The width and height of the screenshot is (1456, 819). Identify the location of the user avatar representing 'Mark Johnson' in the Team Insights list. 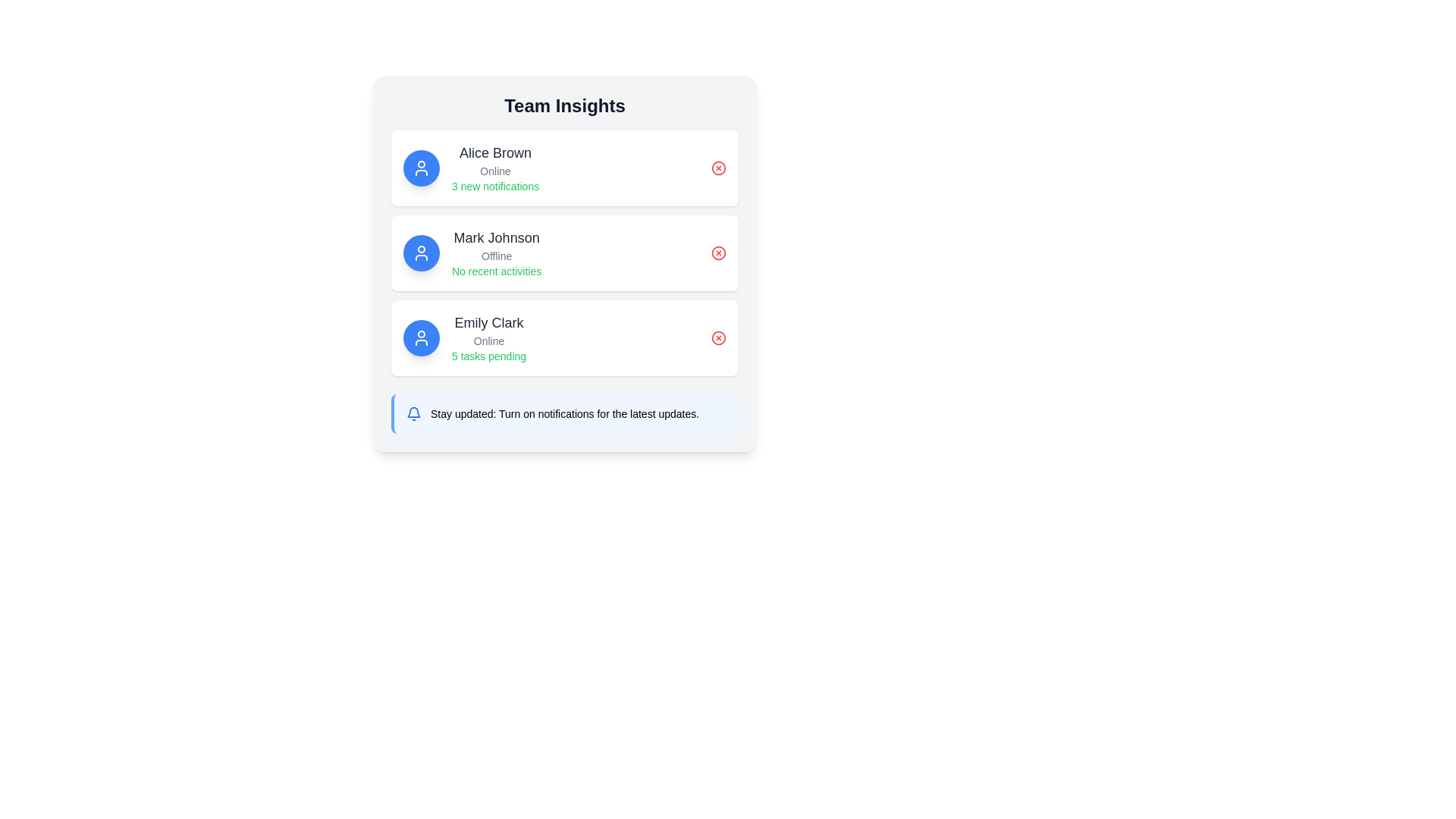
(422, 253).